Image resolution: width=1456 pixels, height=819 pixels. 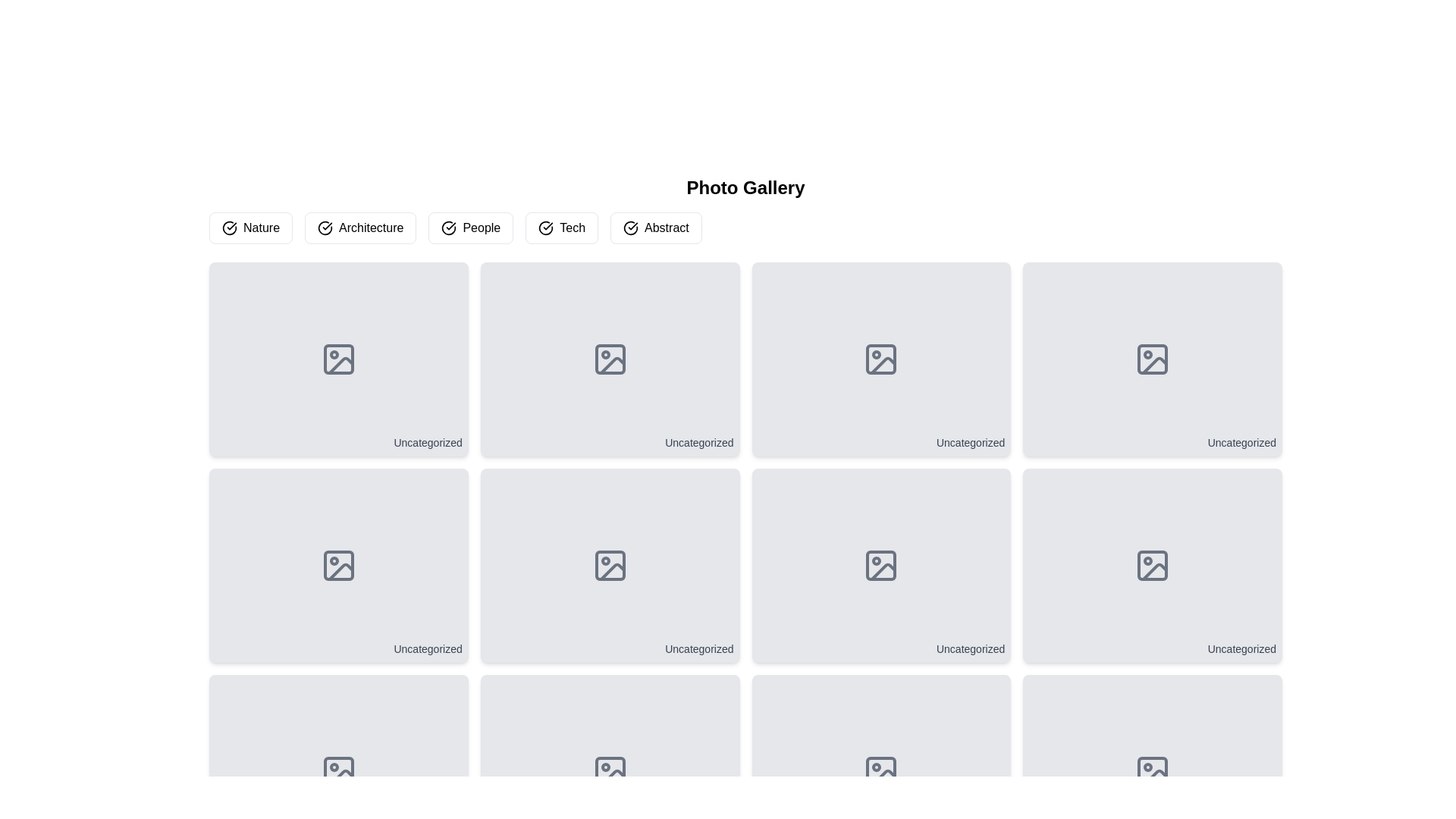 What do you see at coordinates (337, 772) in the screenshot?
I see `the icon resembling a picture frame located at the lower-right corner of the grid layout, which is centered within its cell and above the text label 'Uncategorized.'` at bounding box center [337, 772].